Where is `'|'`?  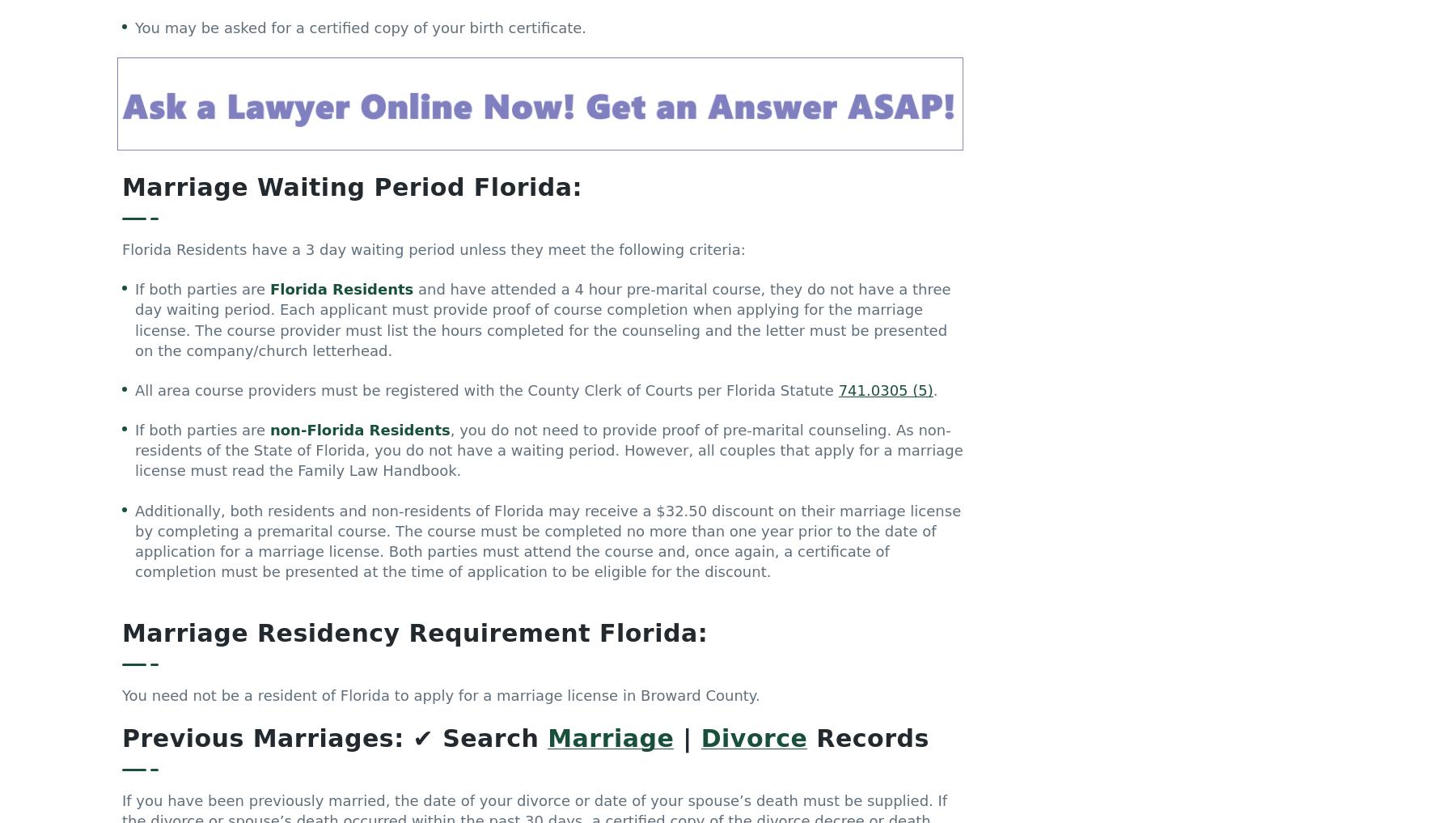 '|' is located at coordinates (687, 741).